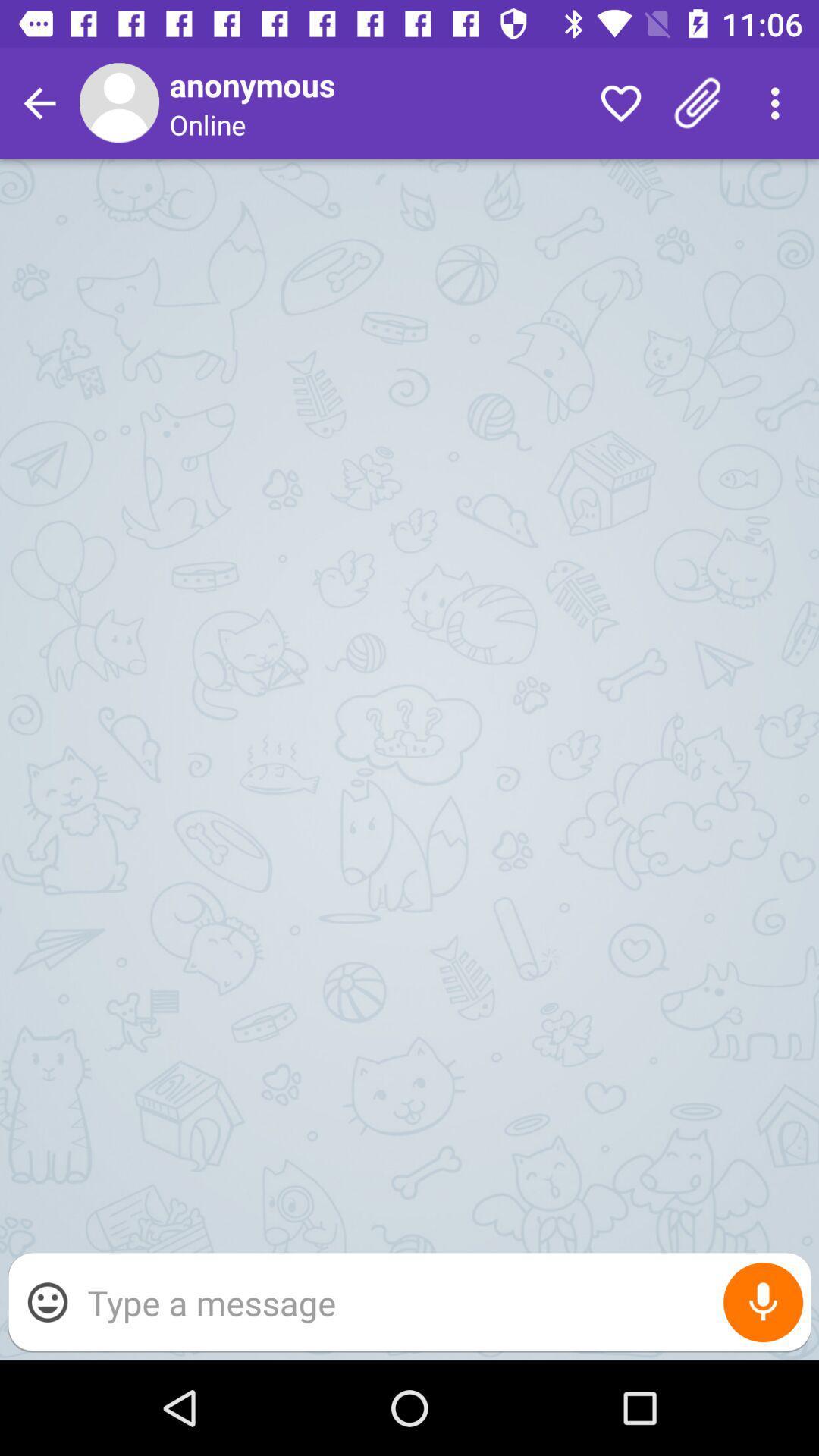 The height and width of the screenshot is (1456, 819). What do you see at coordinates (763, 1301) in the screenshot?
I see `item at the bottom right corner` at bounding box center [763, 1301].